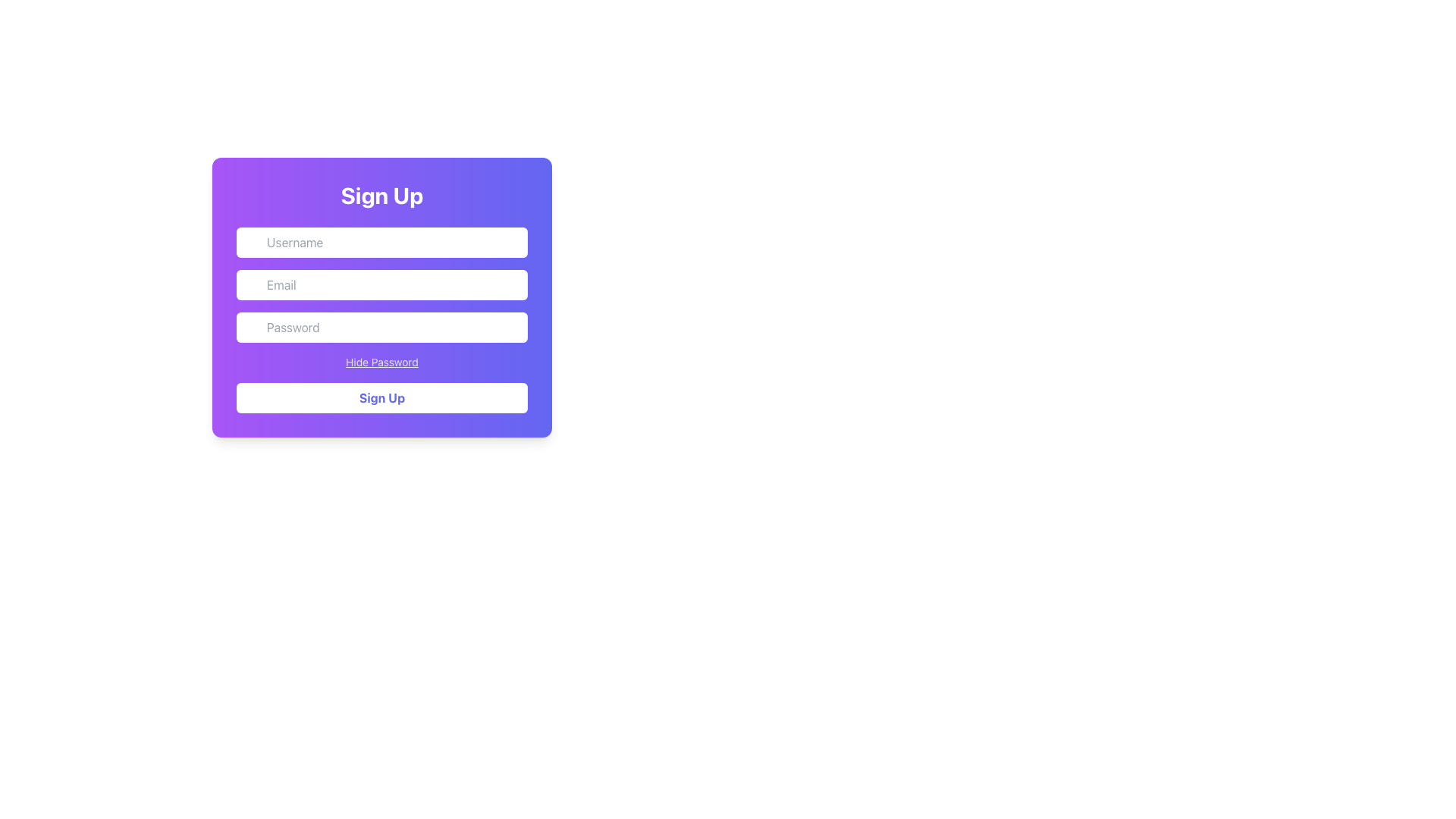 This screenshot has width=1456, height=819. What do you see at coordinates (382, 397) in the screenshot?
I see `the 'Sign Up' button, which is a rectangular button with rounded corners, a white background, and bold indigo text, to observe the style change` at bounding box center [382, 397].